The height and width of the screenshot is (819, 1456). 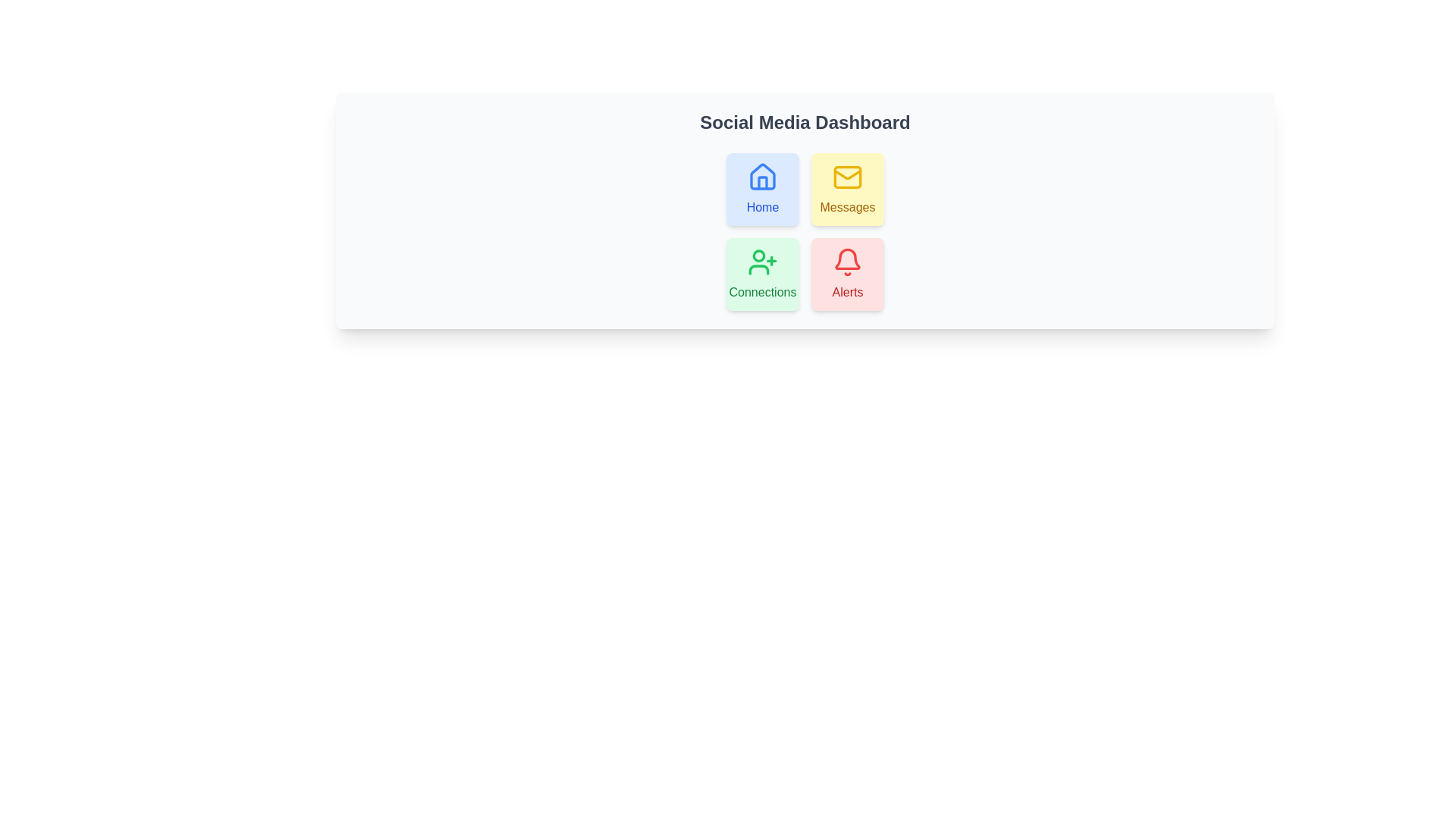 I want to click on the navigation button for accessing the 'Connections' section located in the bottom-left corner of the grid layout, so click(x=763, y=275).